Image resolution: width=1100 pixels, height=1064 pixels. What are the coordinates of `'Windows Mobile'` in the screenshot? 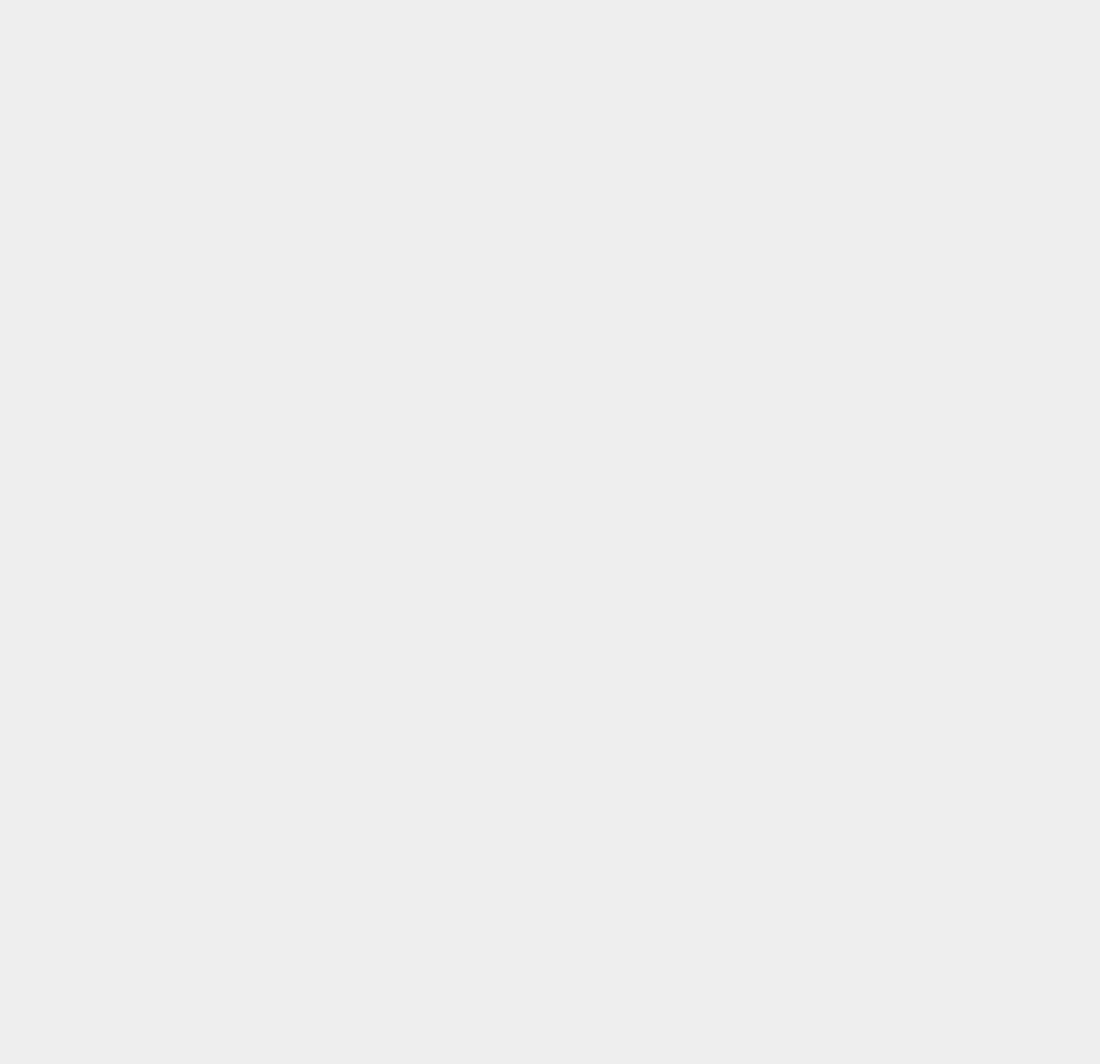 It's located at (827, 880).